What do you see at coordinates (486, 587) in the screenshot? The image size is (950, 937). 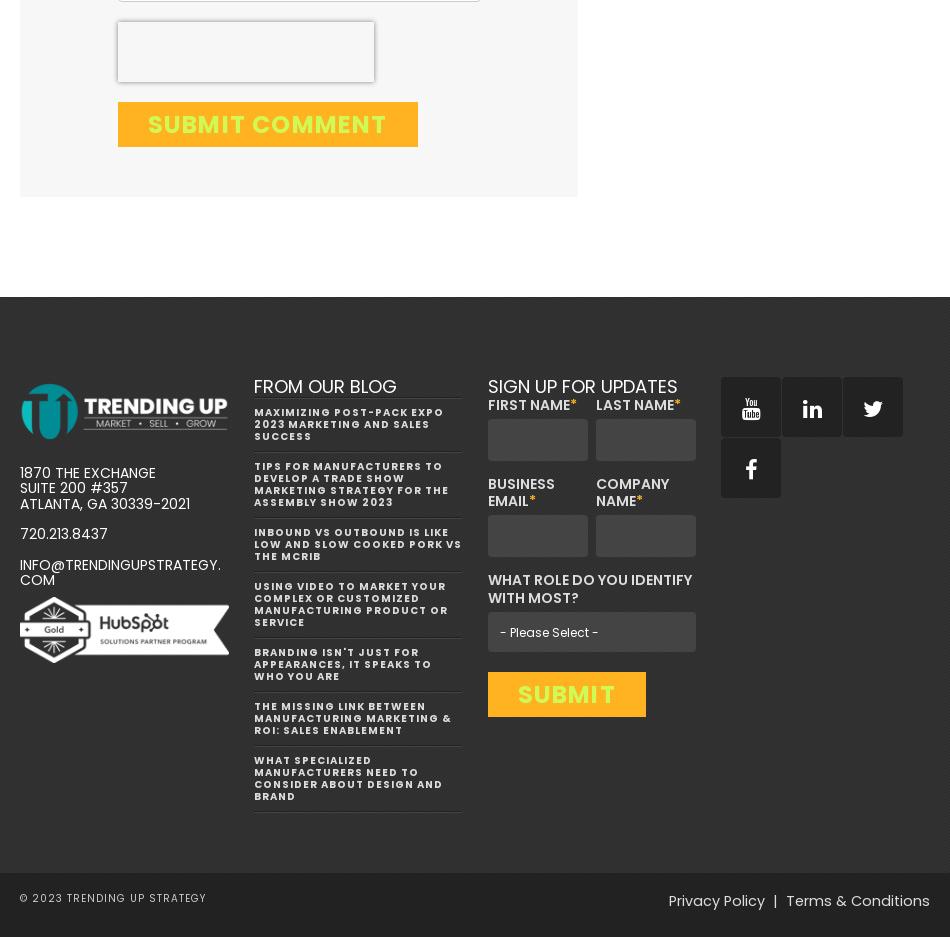 I see `'WHAT ROLE DO YOU IDENTIFY WITH MOST?'` at bounding box center [486, 587].